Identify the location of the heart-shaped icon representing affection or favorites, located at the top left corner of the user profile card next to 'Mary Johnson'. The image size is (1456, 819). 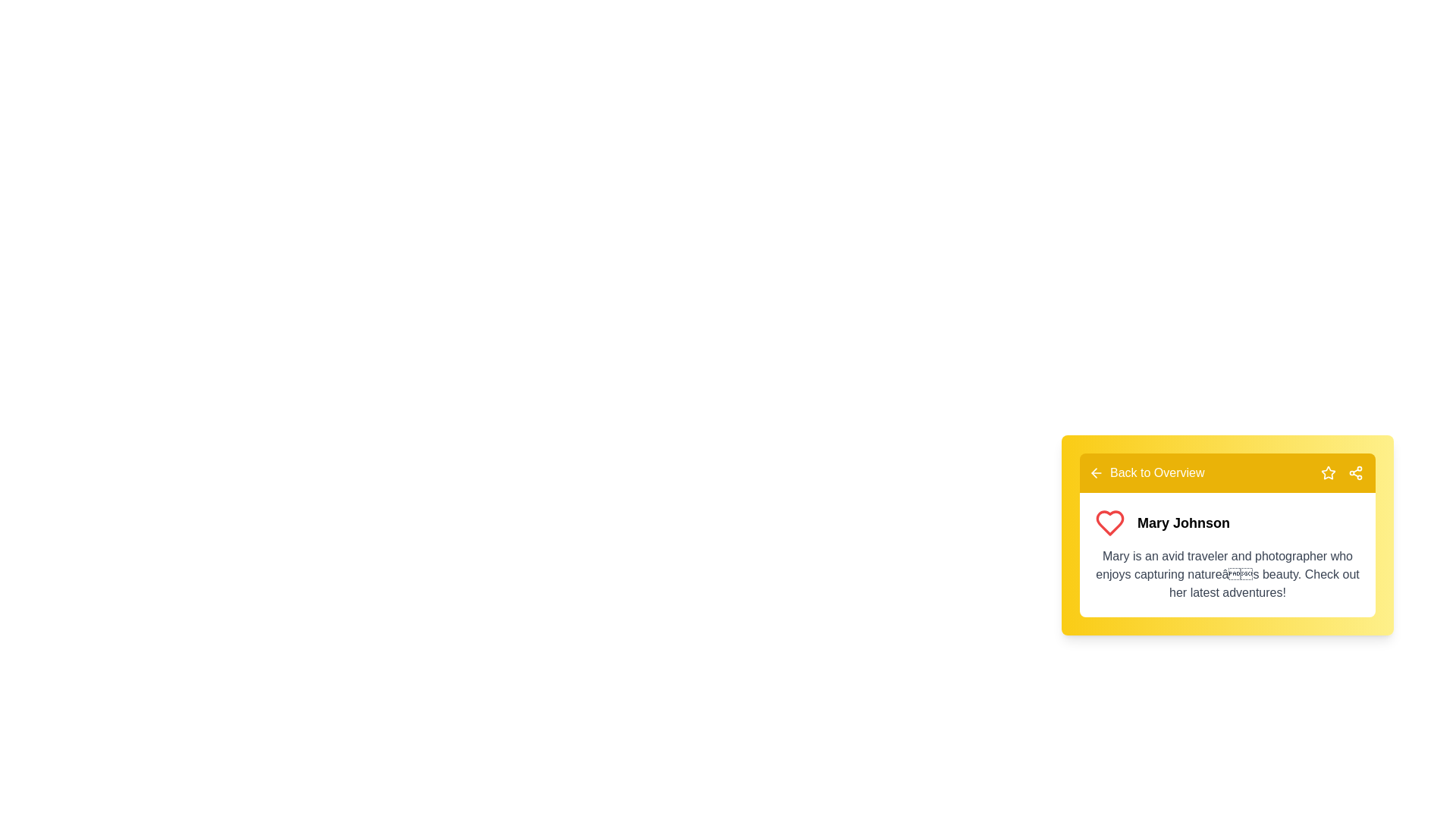
(1110, 522).